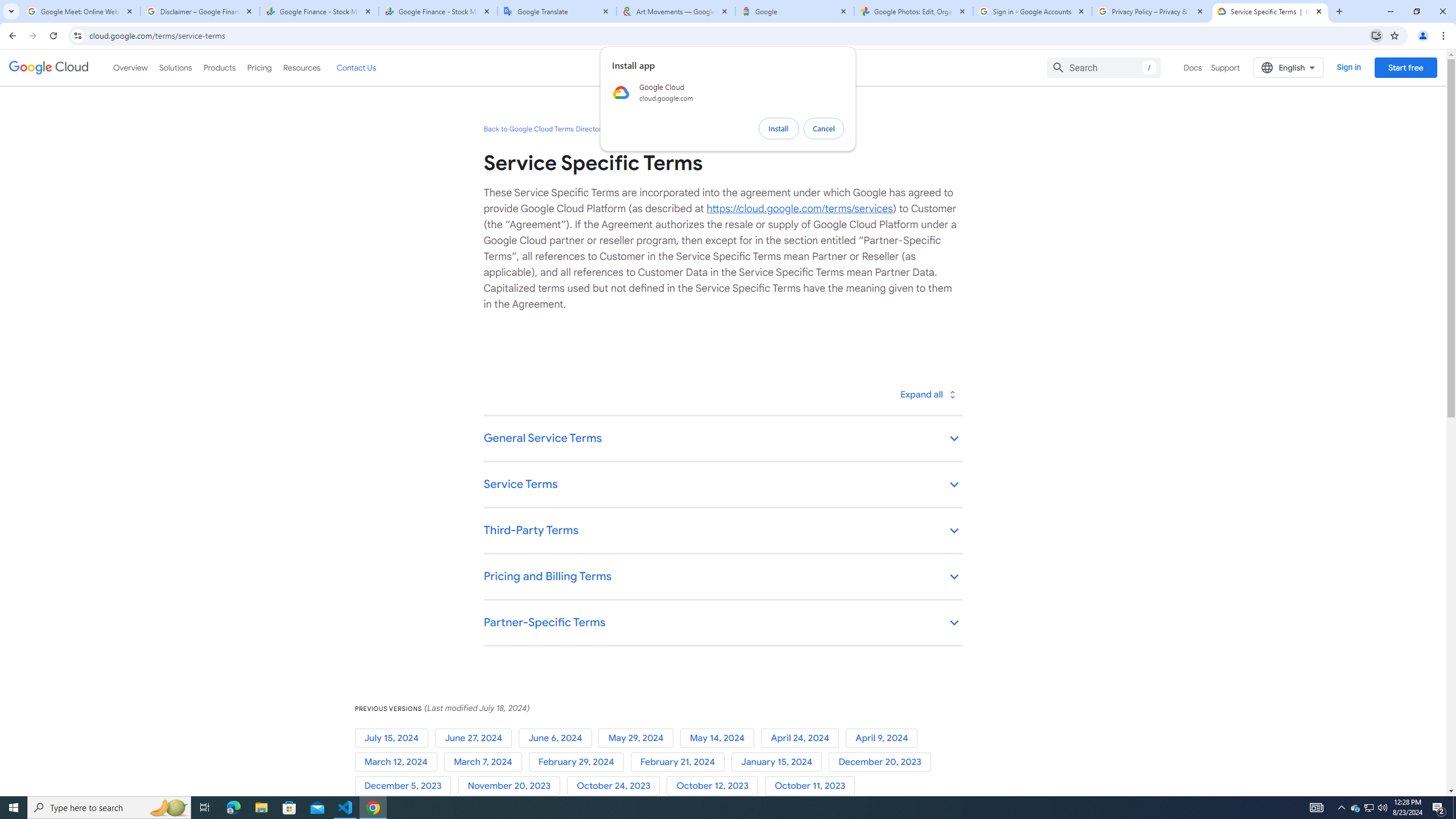  I want to click on 'June 27, 2024', so click(475, 738).